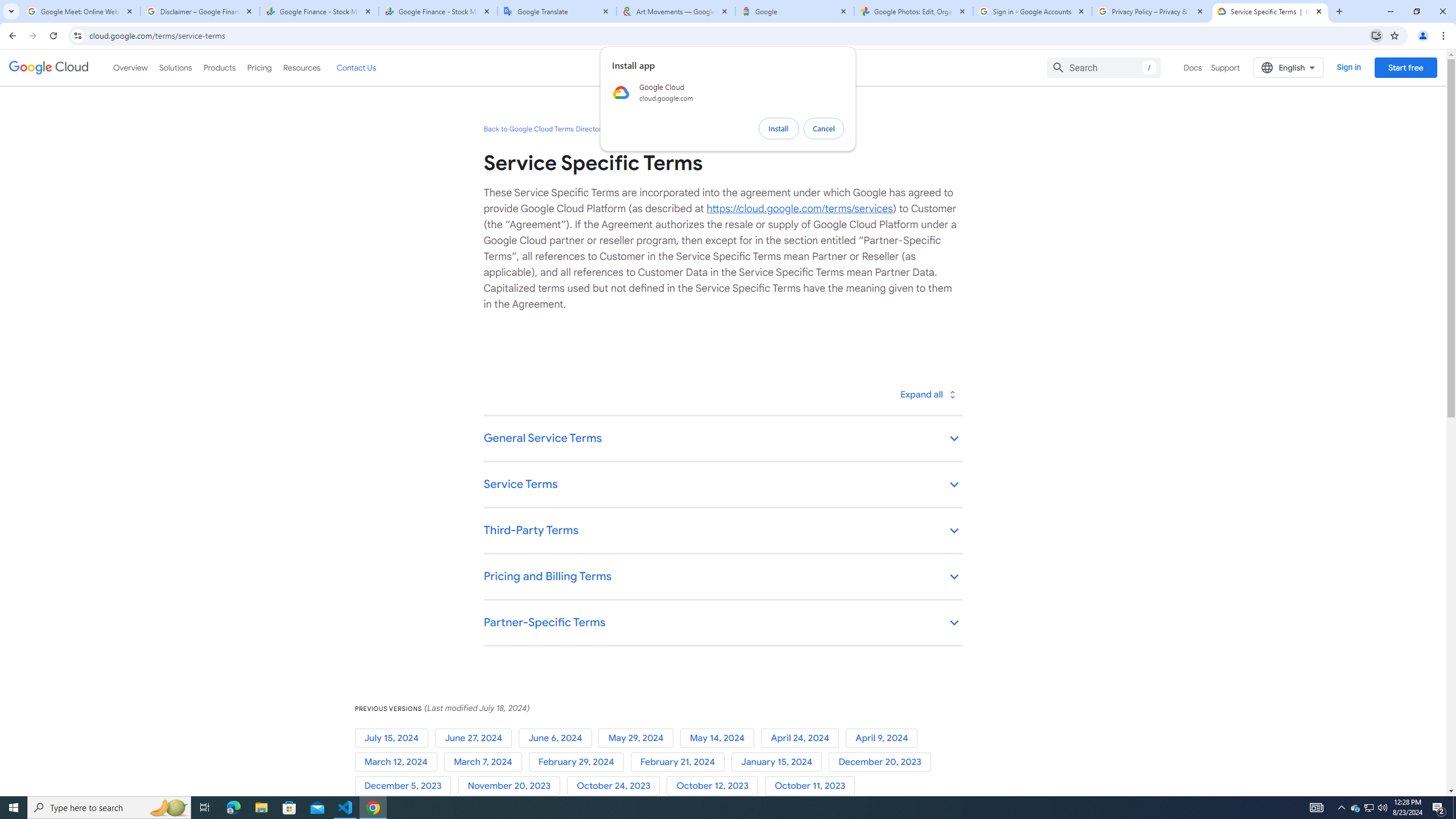  I want to click on 'June 27, 2024', so click(475, 738).